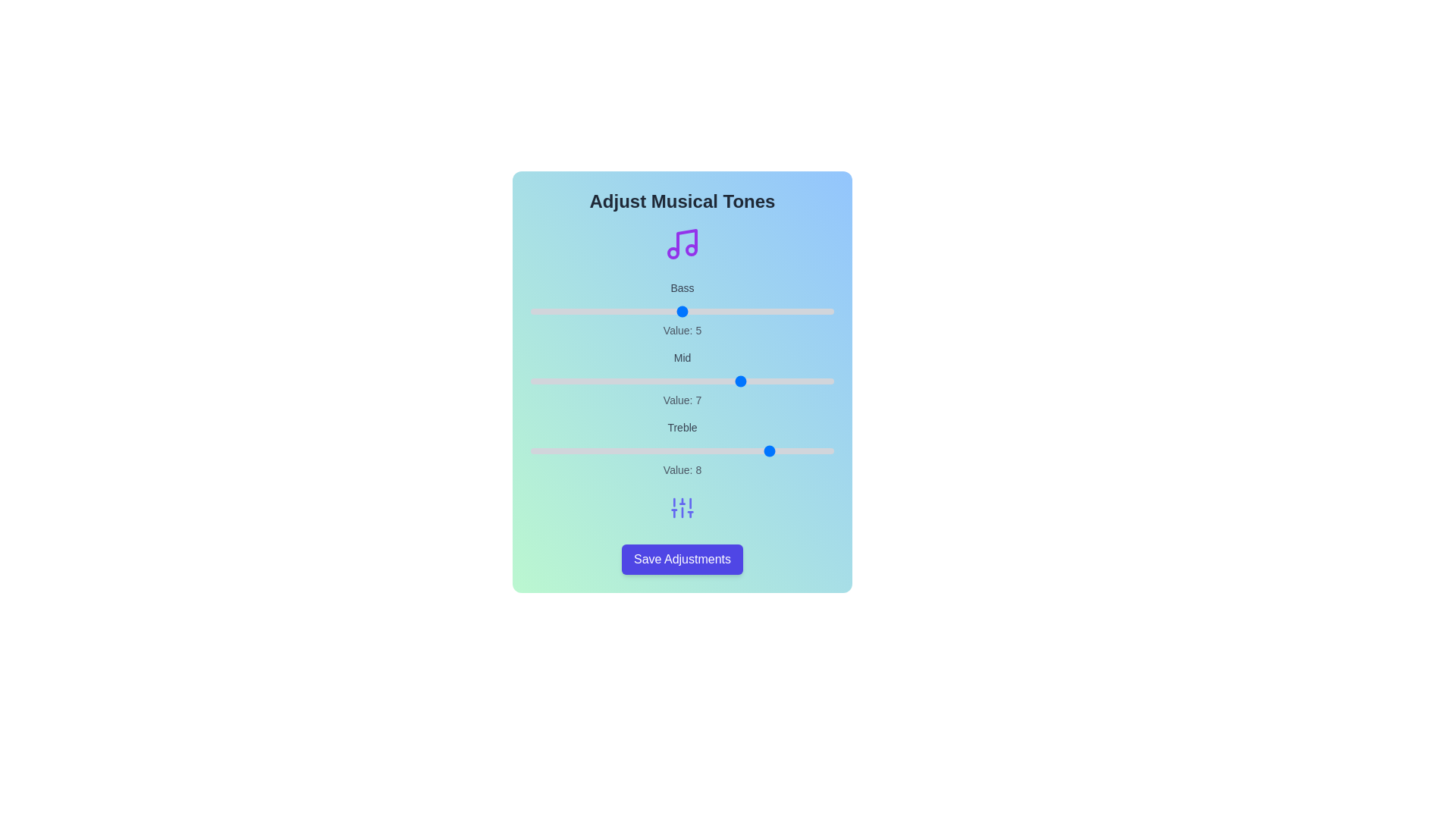 The width and height of the screenshot is (1456, 819). Describe the element at coordinates (681, 559) in the screenshot. I see `the 'Save Adjustments' button to save the current tone settings` at that location.